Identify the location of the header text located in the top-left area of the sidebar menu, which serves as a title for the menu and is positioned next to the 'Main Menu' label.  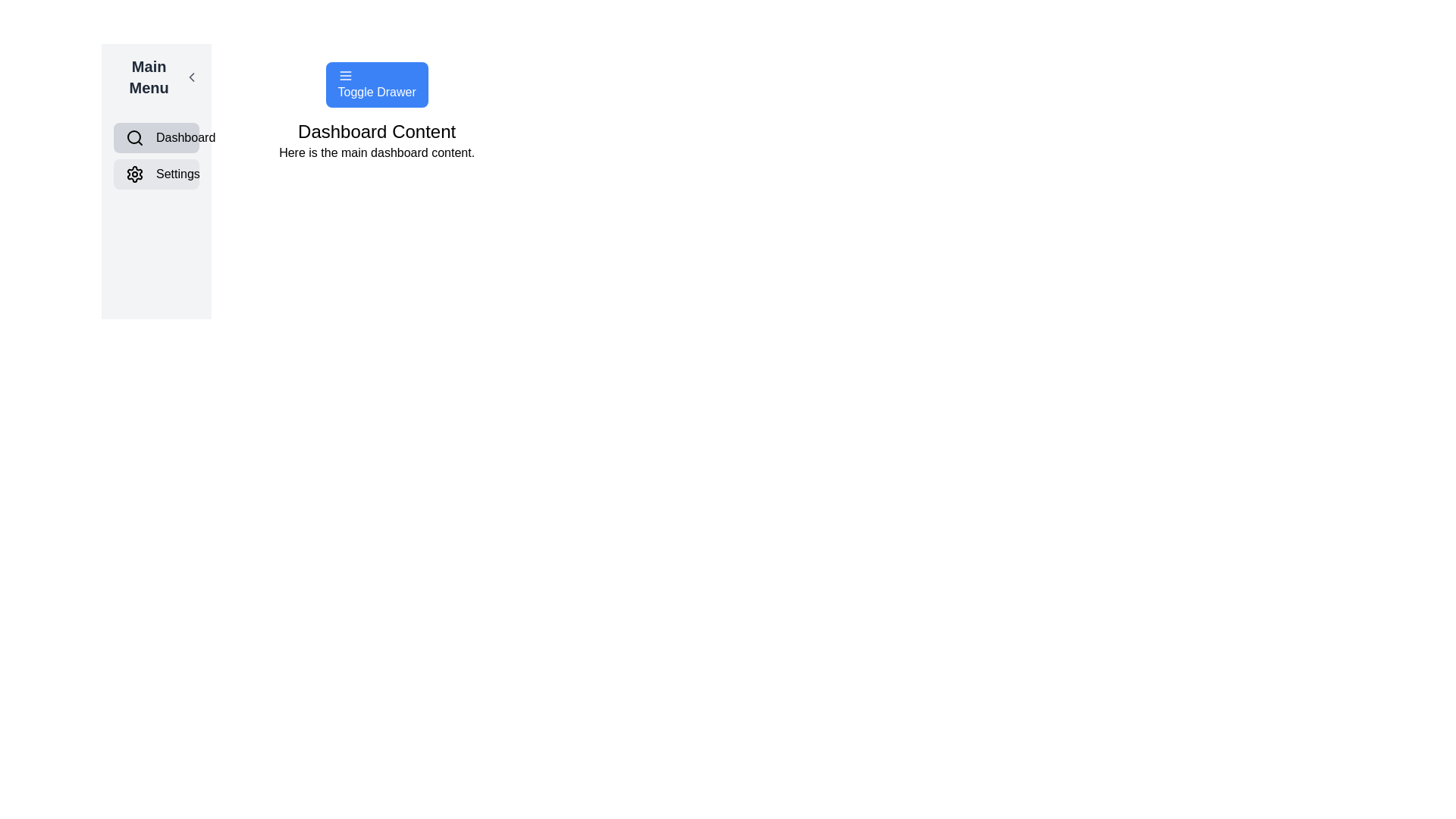
(149, 77).